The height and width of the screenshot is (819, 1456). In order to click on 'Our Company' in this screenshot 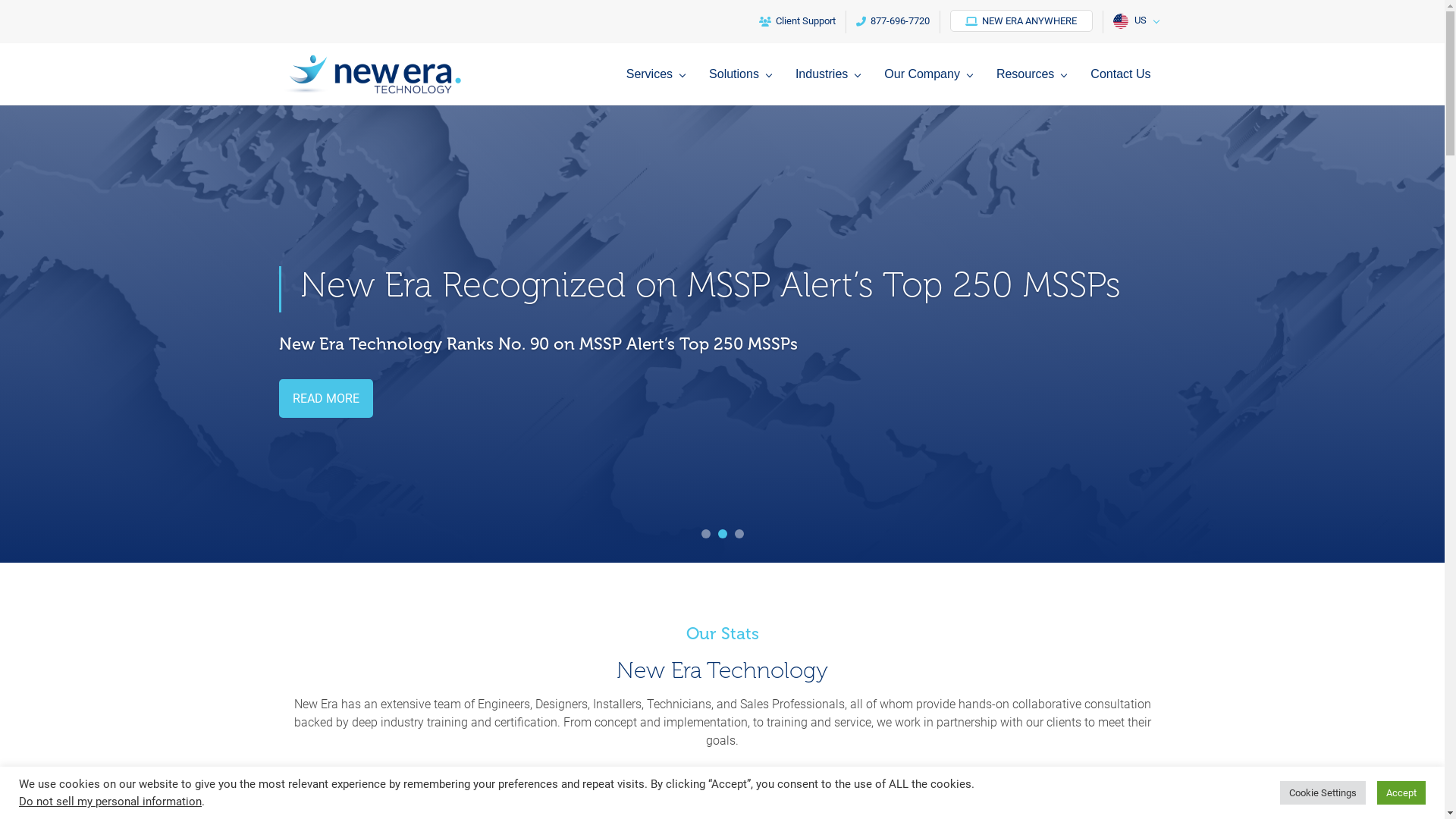, I will do `click(884, 86)`.